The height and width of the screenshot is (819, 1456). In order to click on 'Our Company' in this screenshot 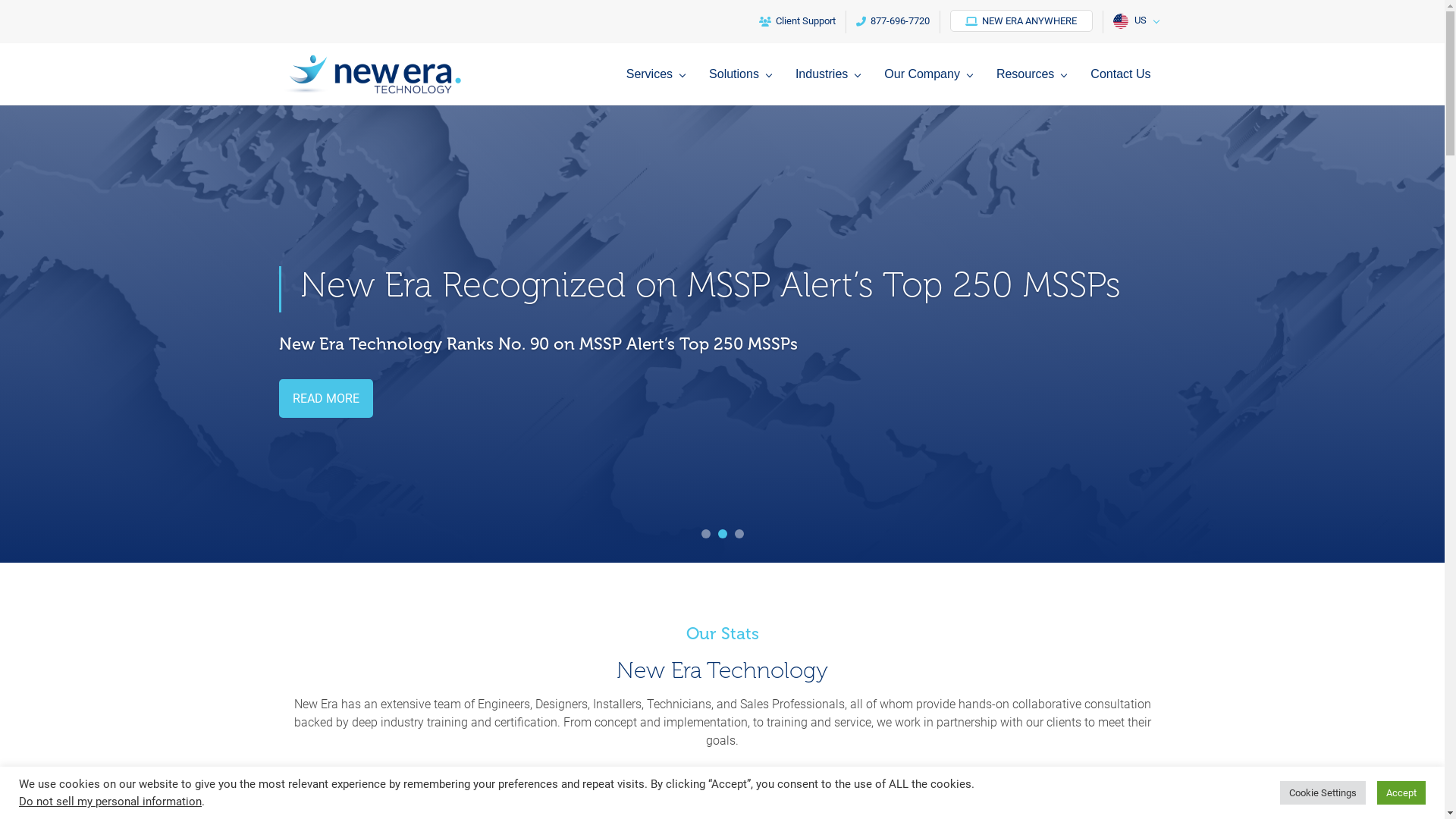, I will do `click(884, 86)`.